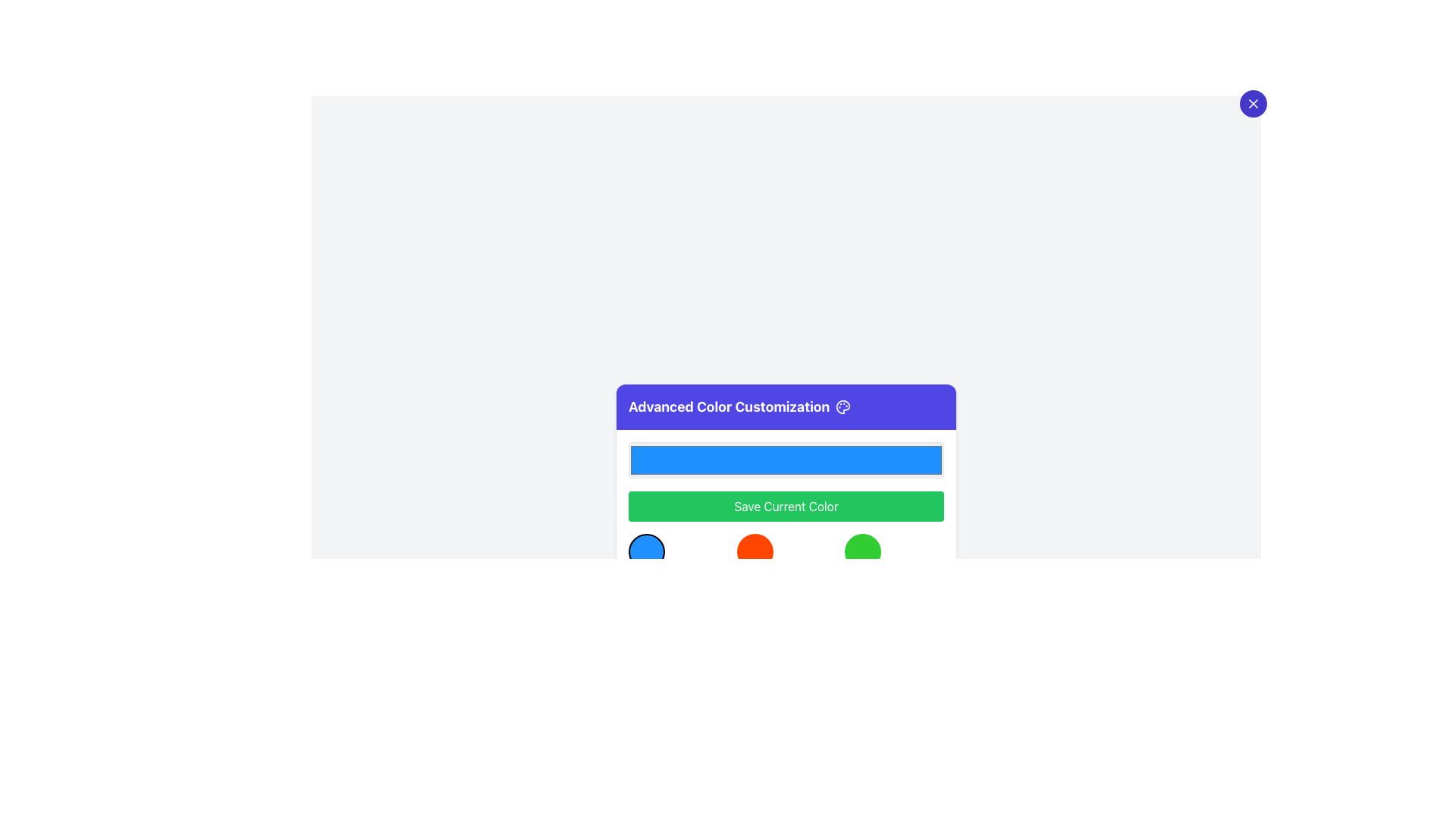 Image resolution: width=1456 pixels, height=819 pixels. What do you see at coordinates (862, 551) in the screenshot?
I see `the bright green circular color indicator in the top-right corner of its grid block` at bounding box center [862, 551].